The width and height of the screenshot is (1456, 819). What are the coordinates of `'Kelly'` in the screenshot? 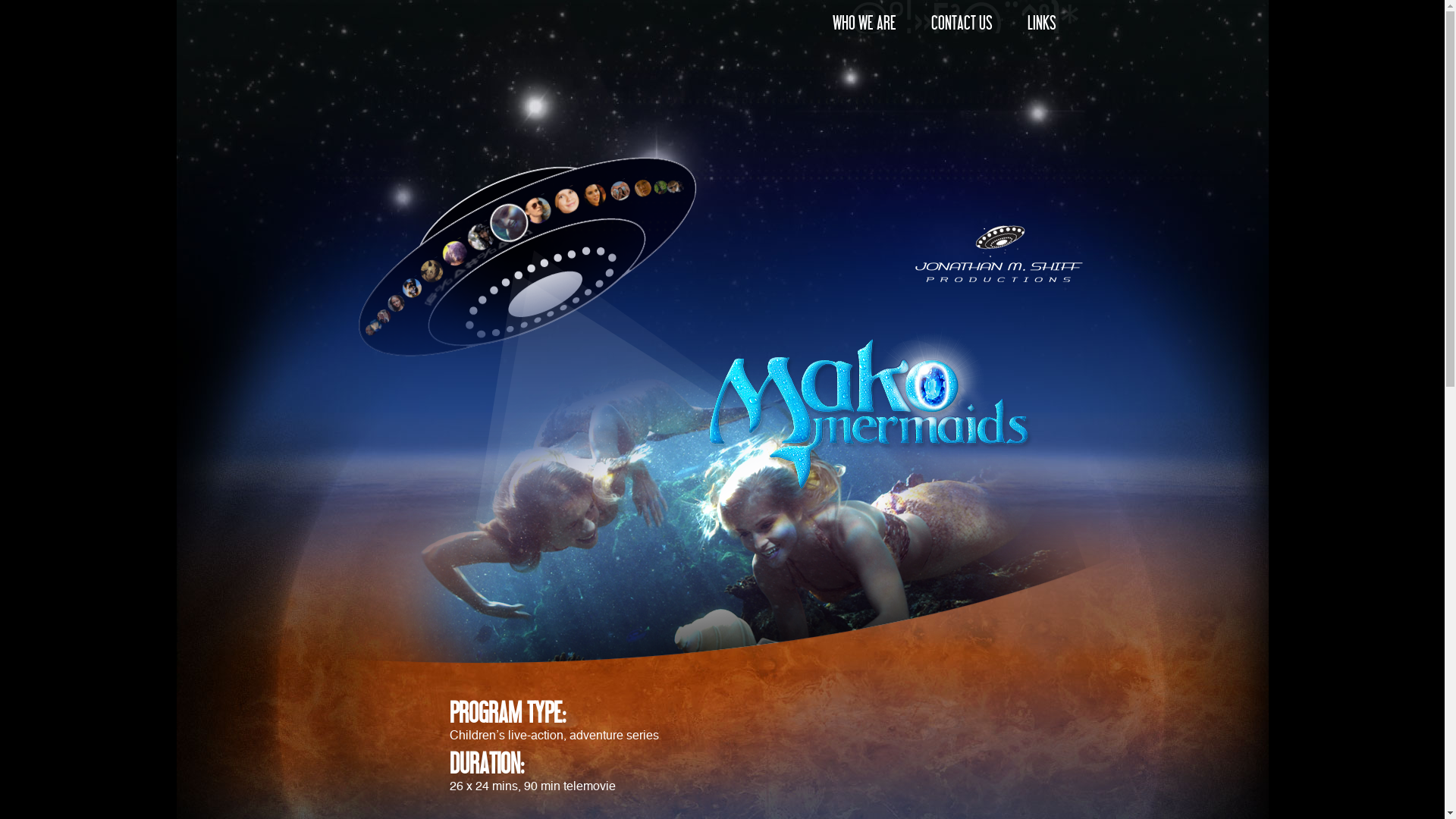 It's located at (408, 289).